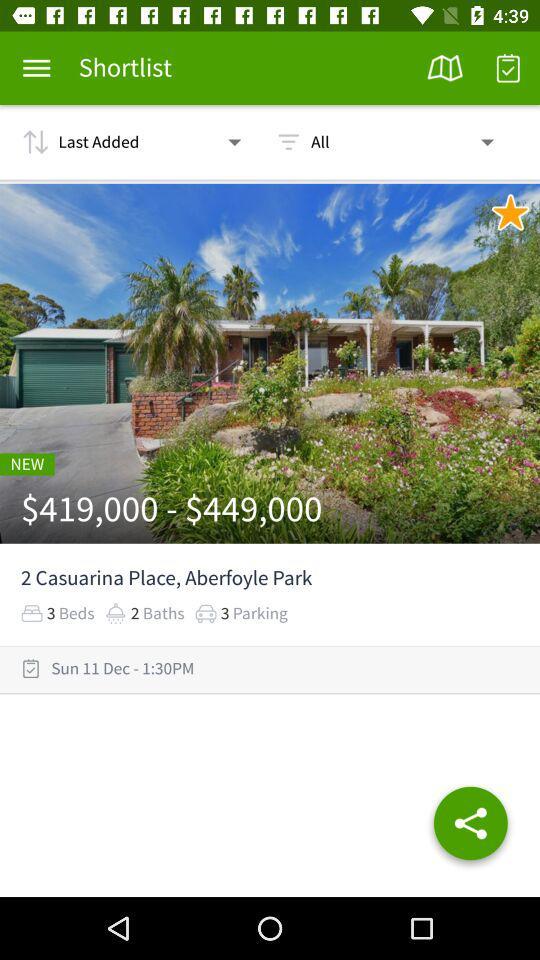 This screenshot has width=540, height=960. What do you see at coordinates (511, 212) in the screenshot?
I see `the star symbol` at bounding box center [511, 212].